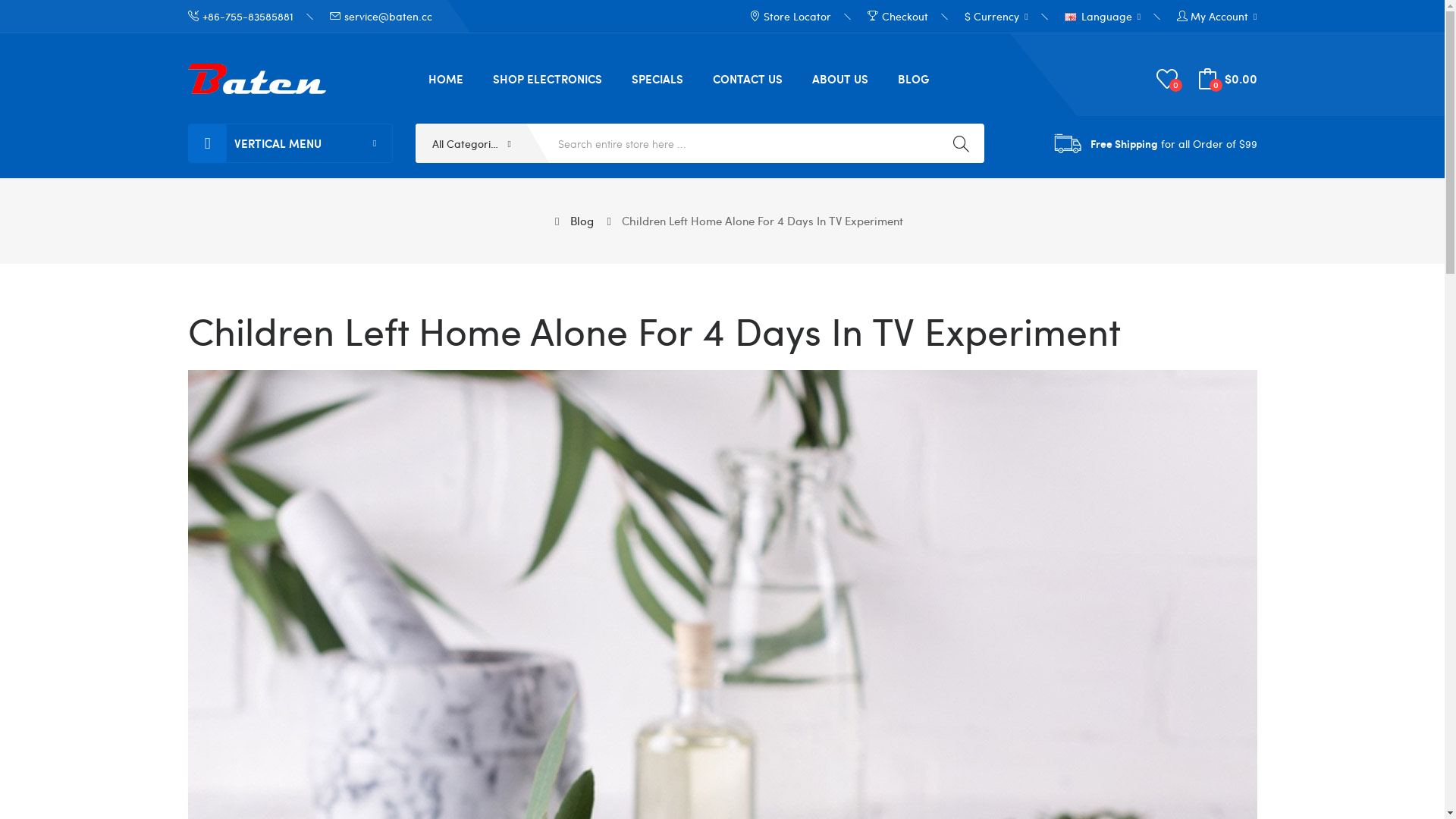 The image size is (1456, 819). Describe the element at coordinates (867, 16) in the screenshot. I see `'Checkout'` at that location.